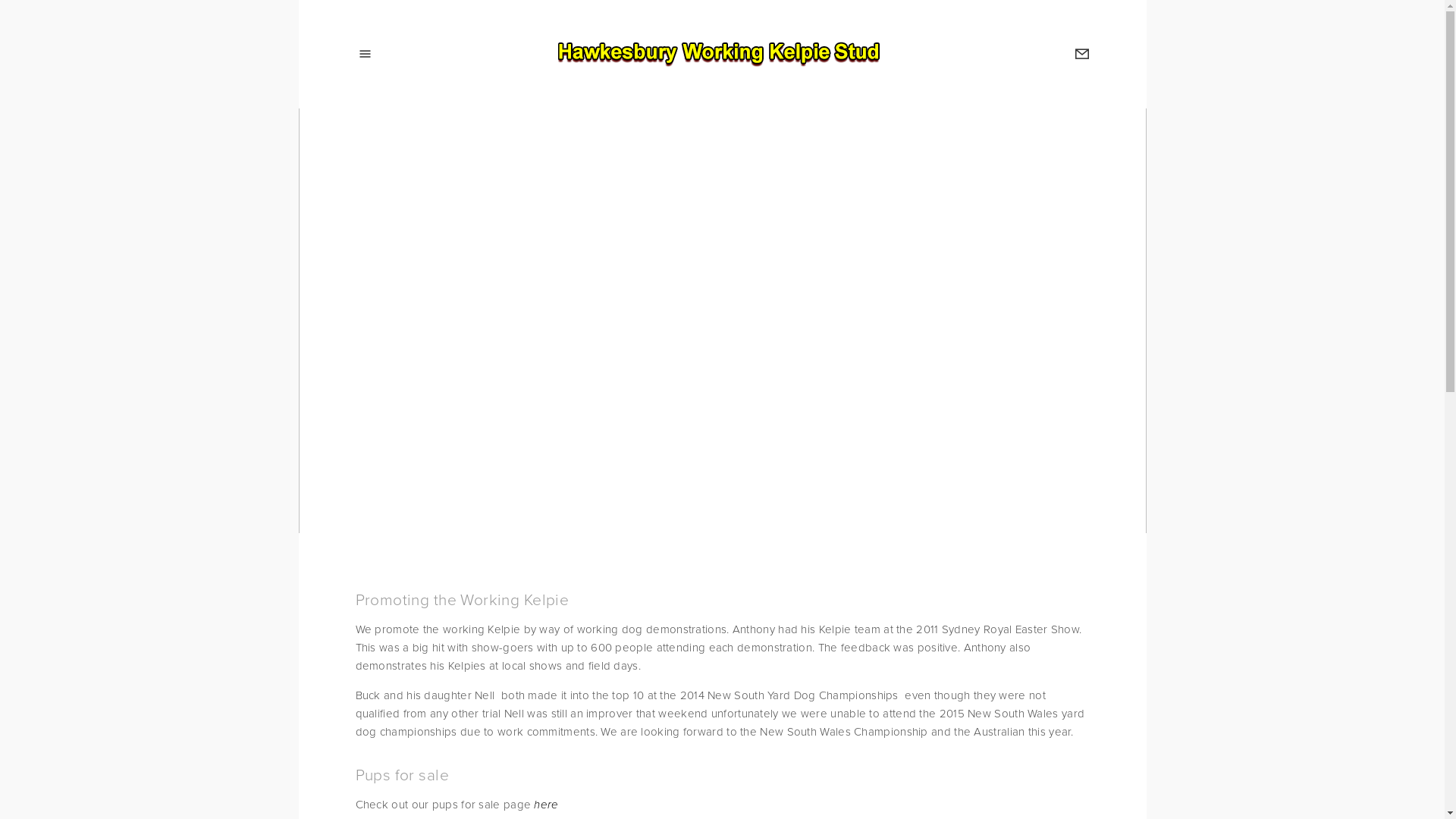 Image resolution: width=1456 pixels, height=819 pixels. Describe the element at coordinates (546, 803) in the screenshot. I see `'here'` at that location.